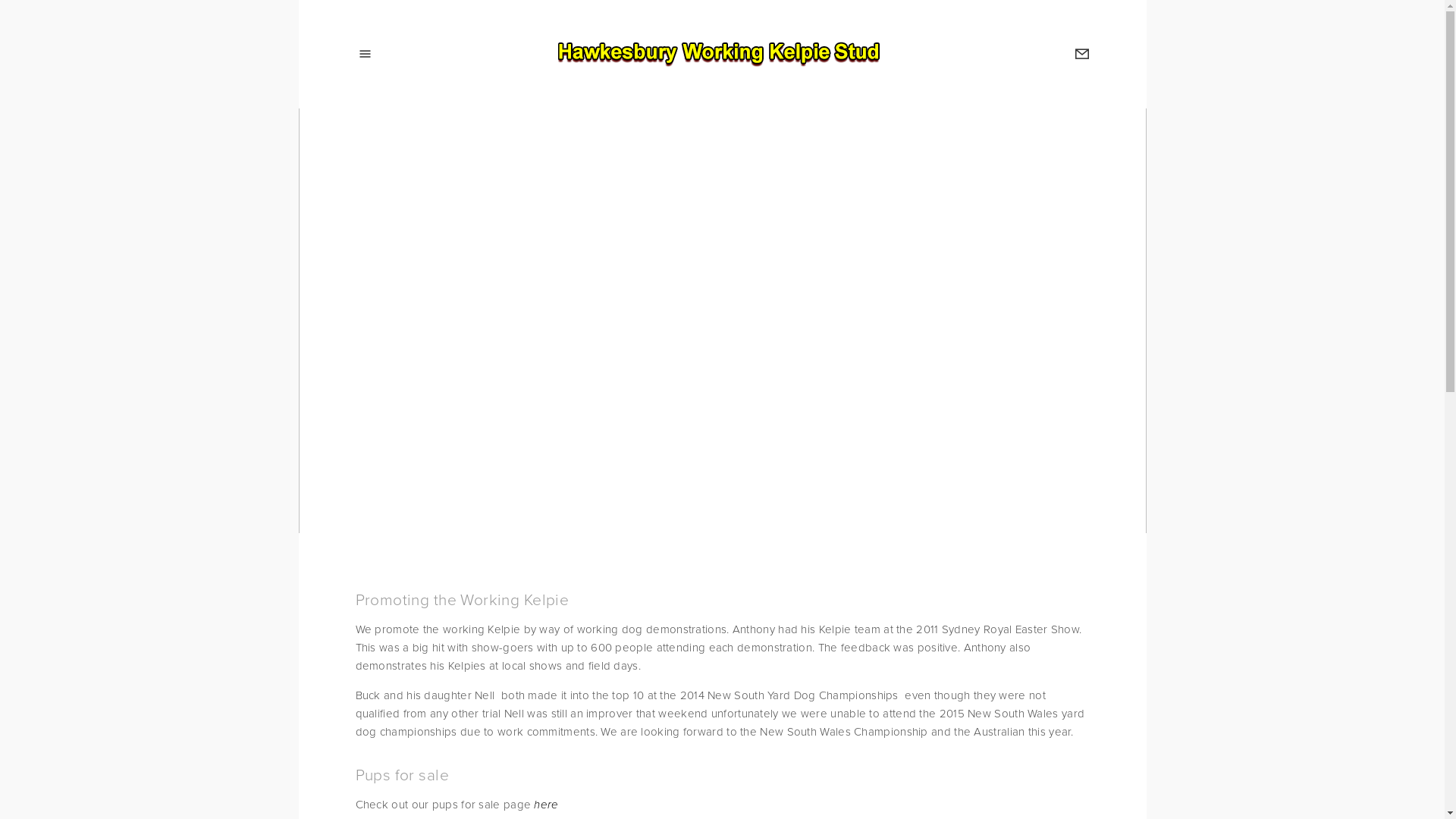 Image resolution: width=1456 pixels, height=819 pixels. Describe the element at coordinates (546, 803) in the screenshot. I see `'here'` at that location.